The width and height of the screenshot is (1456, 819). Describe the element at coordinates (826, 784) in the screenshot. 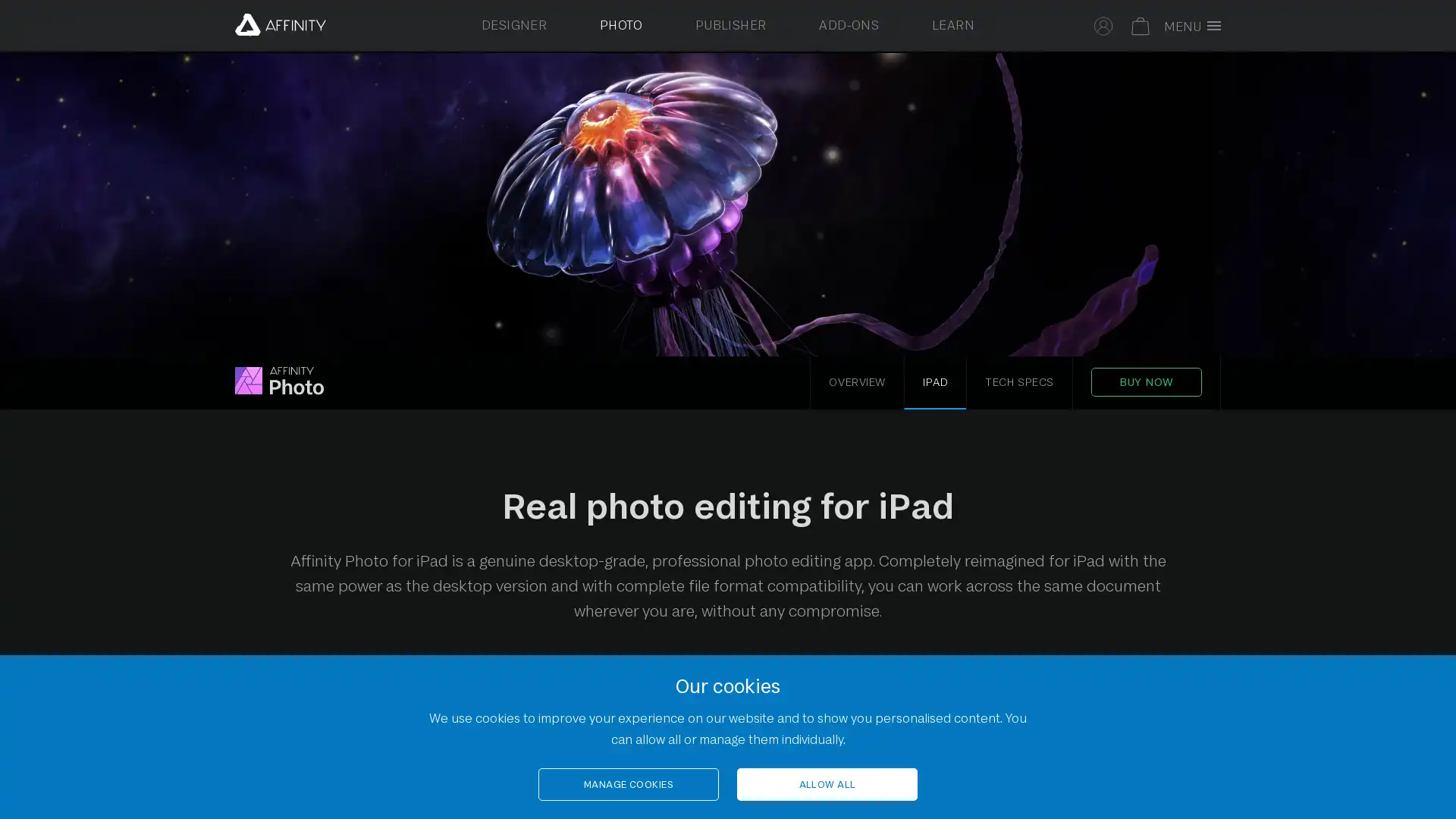

I see `ALLOW ALL` at that location.